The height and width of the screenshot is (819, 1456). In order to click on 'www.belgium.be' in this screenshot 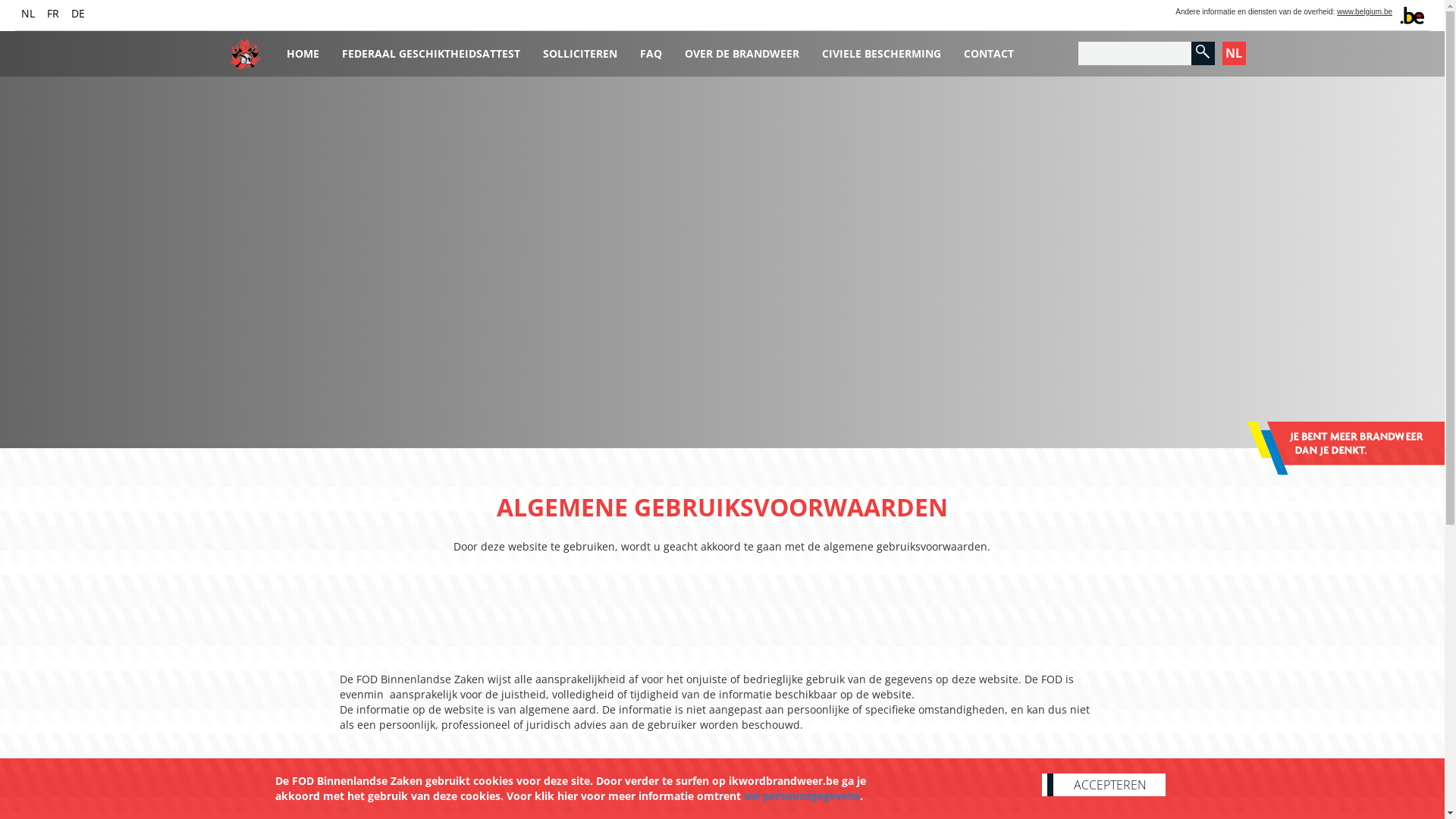, I will do `click(1364, 11)`.